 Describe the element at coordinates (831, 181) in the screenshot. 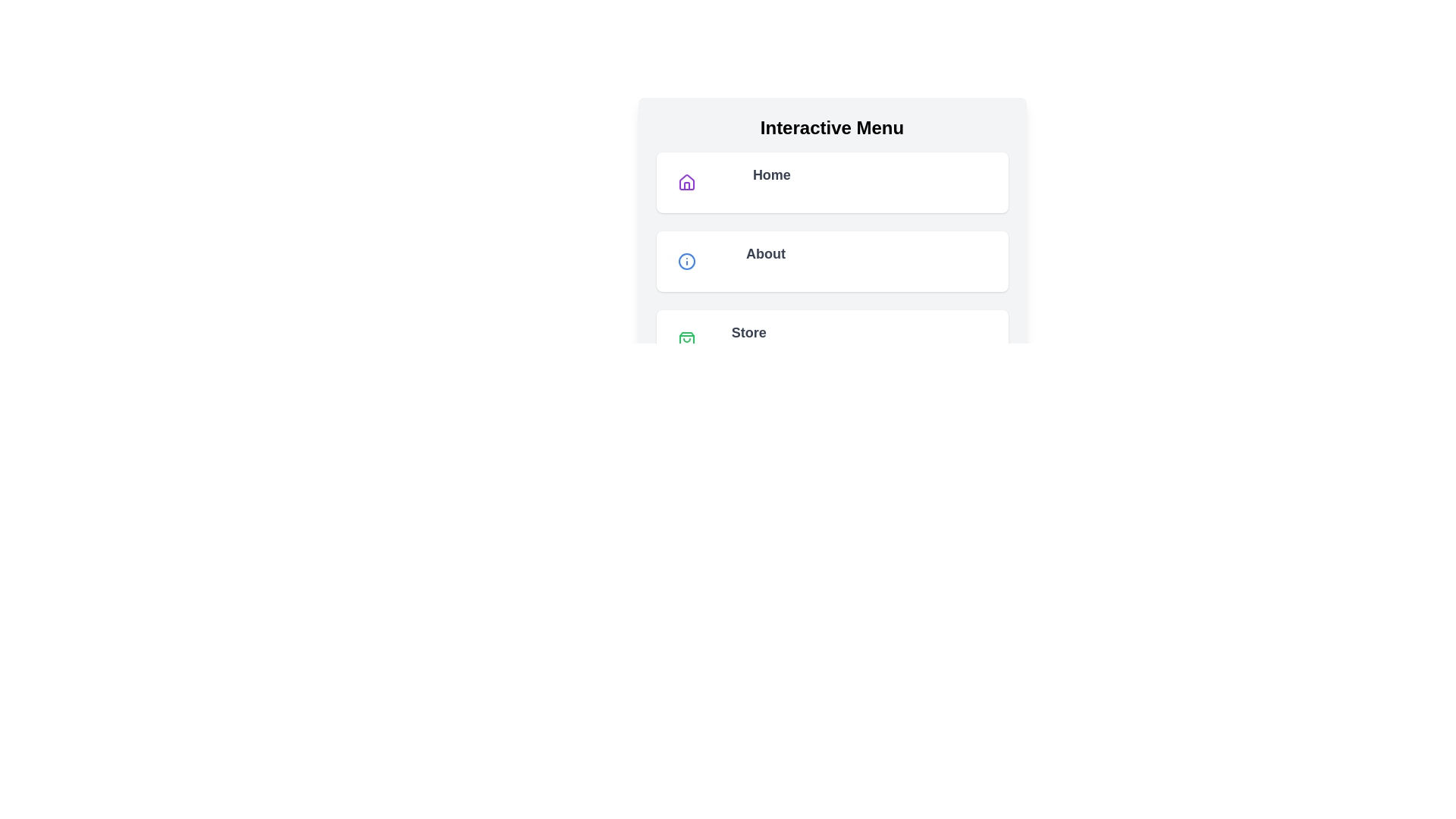

I see `the menu item labeled Home to view its tooltip` at that location.